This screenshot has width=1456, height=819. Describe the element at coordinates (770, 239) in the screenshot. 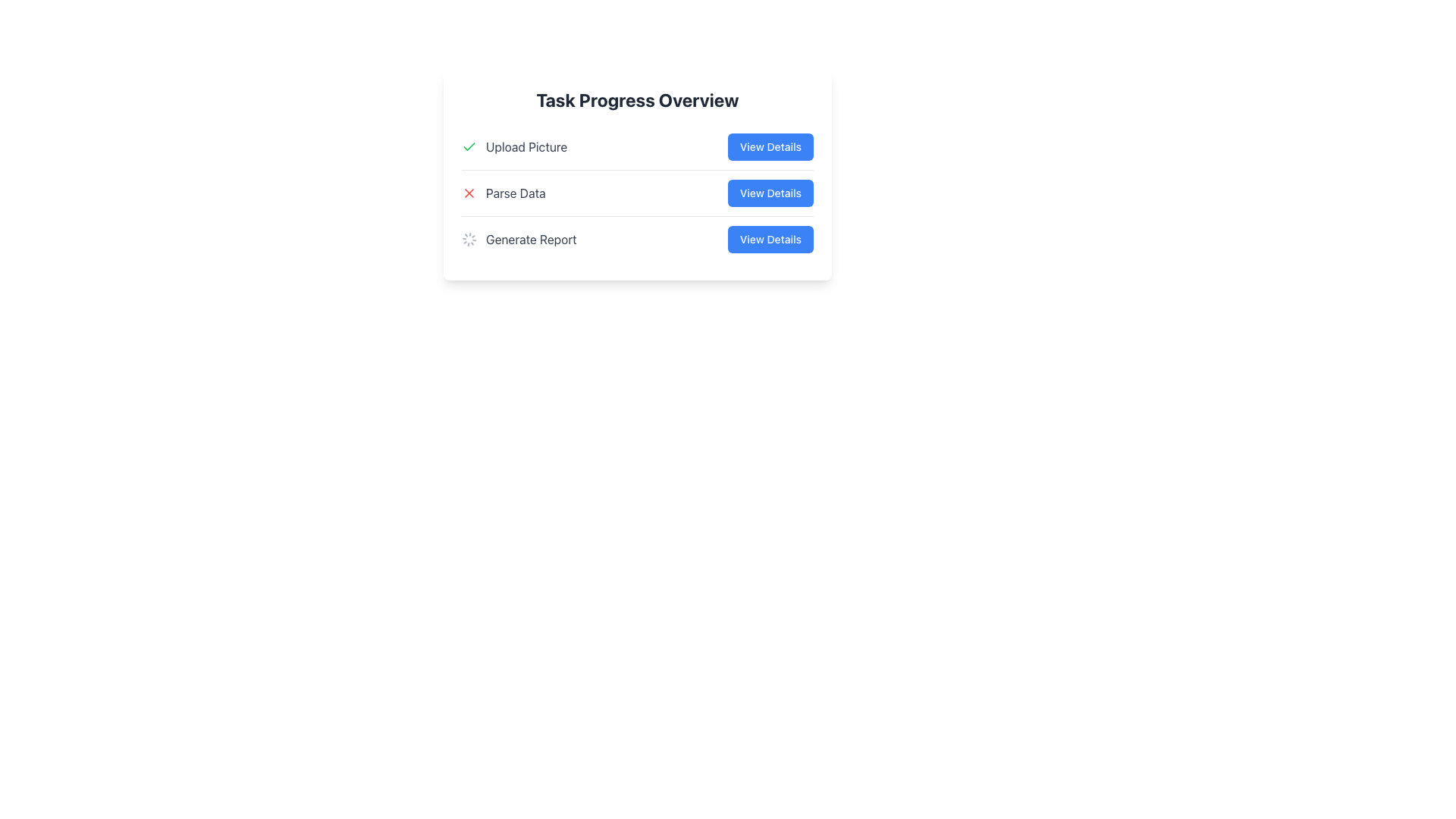

I see `the blue rectangular button with rounded corners and white text reading 'View Details' located at the right end of the third row, adjacent to 'Generate Report'` at that location.